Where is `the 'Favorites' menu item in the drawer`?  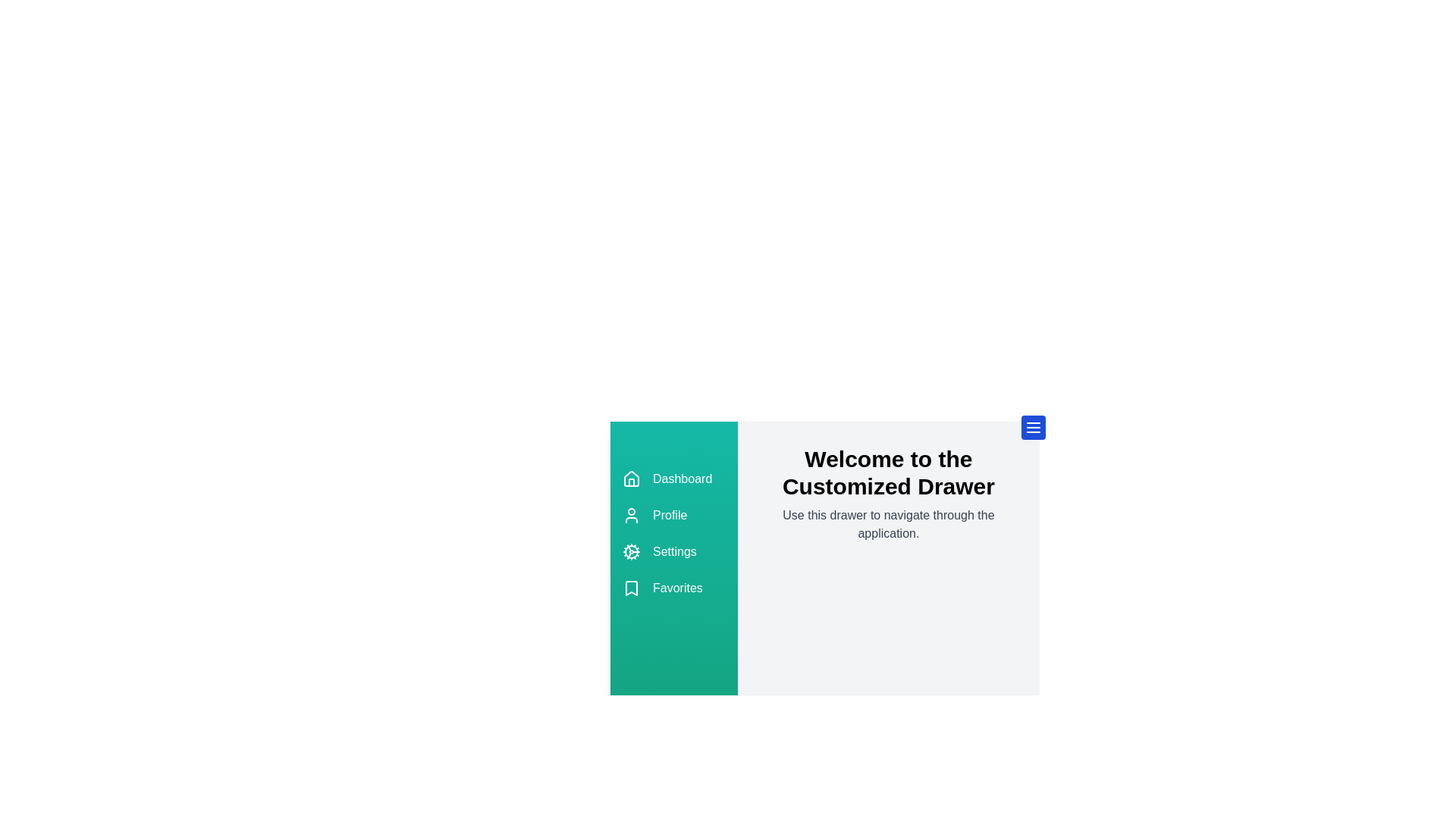 the 'Favorites' menu item in the drawer is located at coordinates (673, 587).